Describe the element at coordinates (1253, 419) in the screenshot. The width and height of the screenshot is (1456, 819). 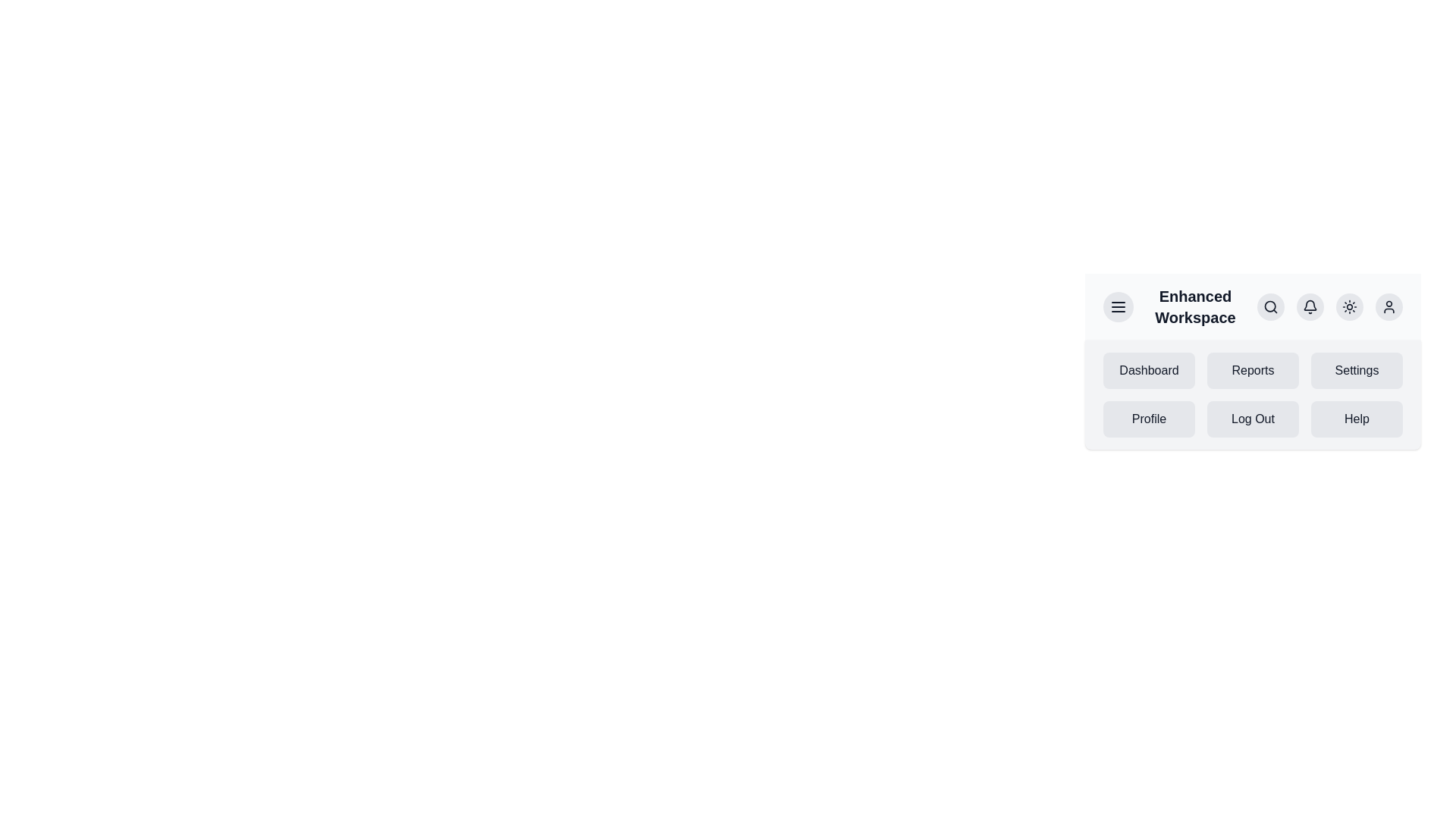
I see `the menu item Log Out by clicking on it` at that location.